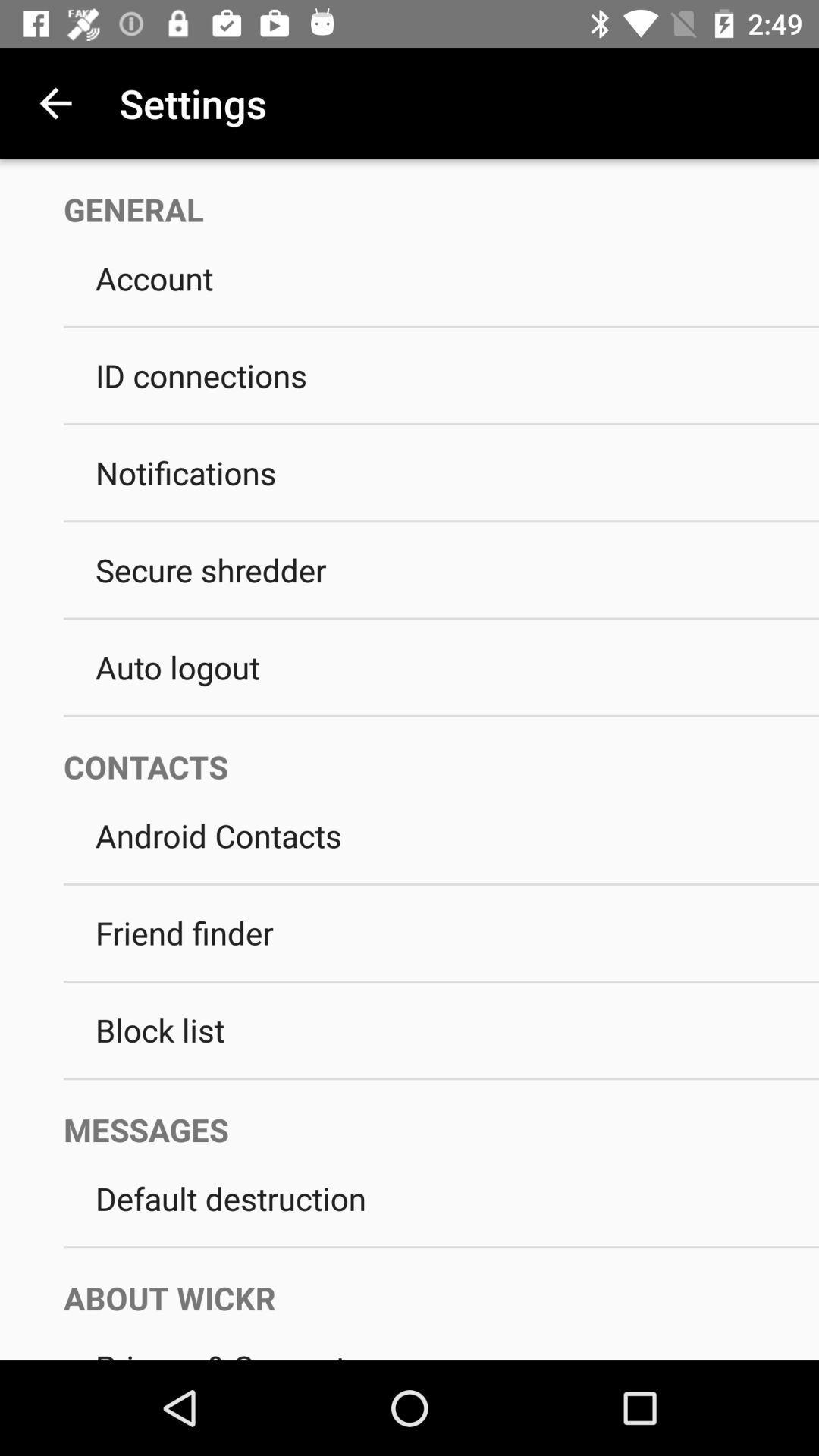 The width and height of the screenshot is (819, 1456). What do you see at coordinates (441, 375) in the screenshot?
I see `the id connections item` at bounding box center [441, 375].